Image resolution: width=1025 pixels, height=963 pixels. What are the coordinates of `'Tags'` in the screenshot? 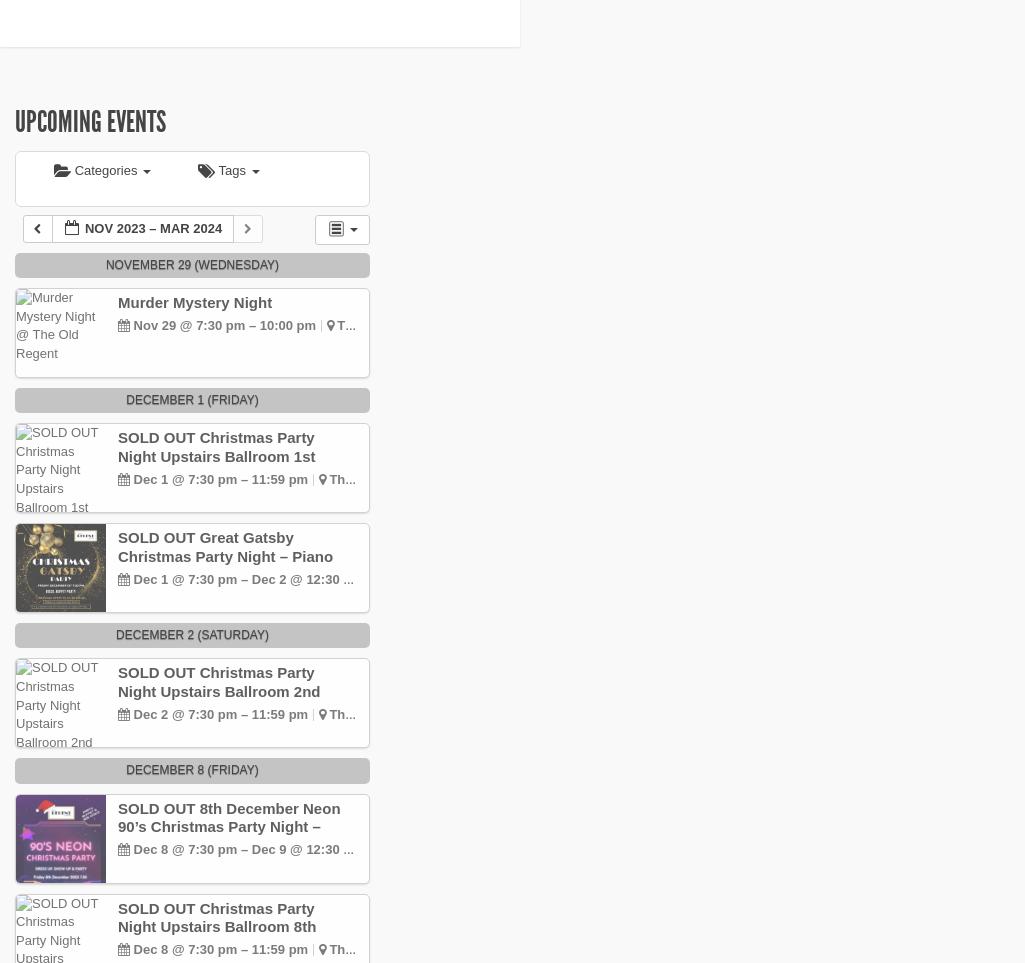 It's located at (218, 170).